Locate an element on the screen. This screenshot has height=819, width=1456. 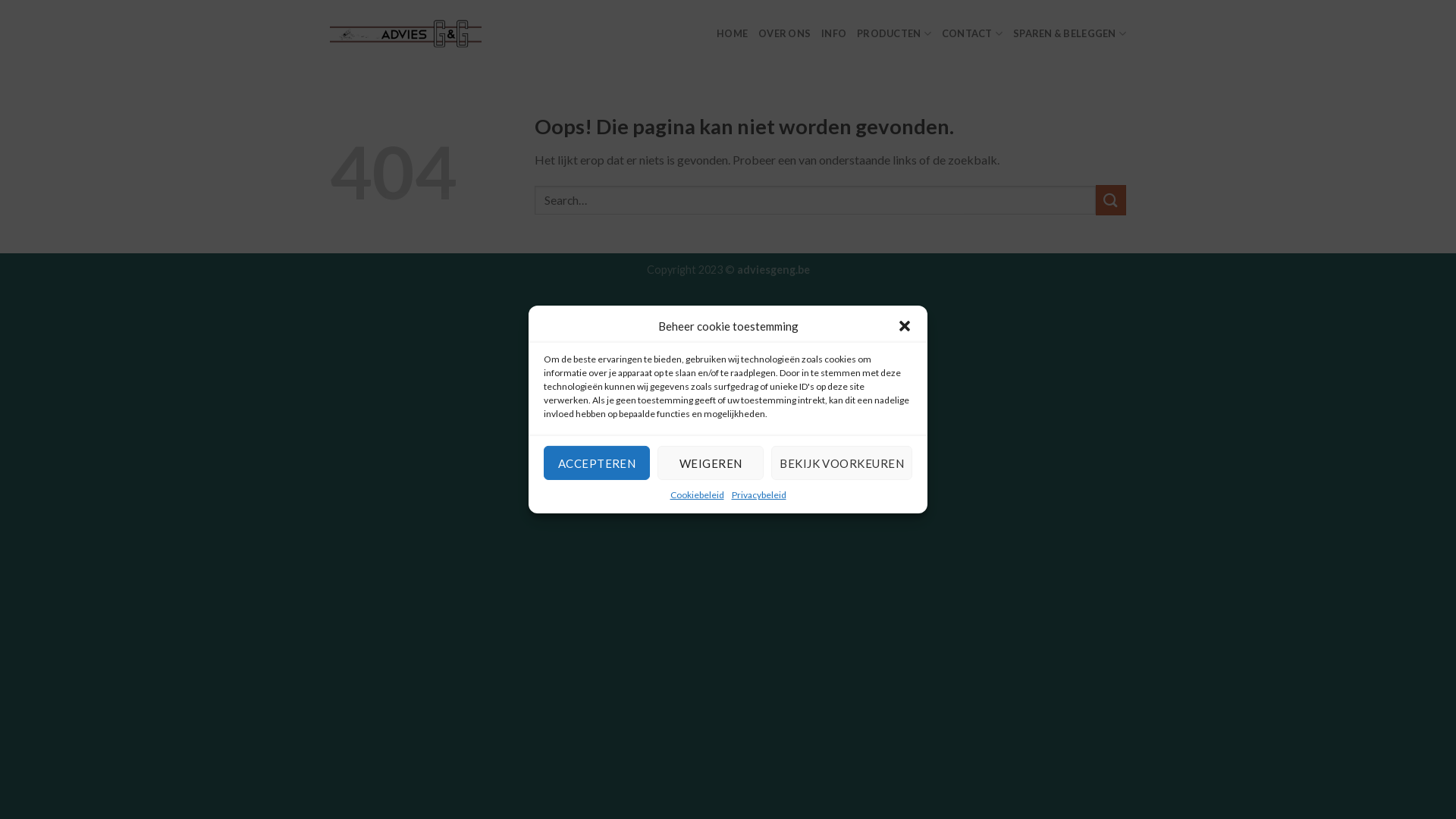
'HOME' is located at coordinates (732, 33).